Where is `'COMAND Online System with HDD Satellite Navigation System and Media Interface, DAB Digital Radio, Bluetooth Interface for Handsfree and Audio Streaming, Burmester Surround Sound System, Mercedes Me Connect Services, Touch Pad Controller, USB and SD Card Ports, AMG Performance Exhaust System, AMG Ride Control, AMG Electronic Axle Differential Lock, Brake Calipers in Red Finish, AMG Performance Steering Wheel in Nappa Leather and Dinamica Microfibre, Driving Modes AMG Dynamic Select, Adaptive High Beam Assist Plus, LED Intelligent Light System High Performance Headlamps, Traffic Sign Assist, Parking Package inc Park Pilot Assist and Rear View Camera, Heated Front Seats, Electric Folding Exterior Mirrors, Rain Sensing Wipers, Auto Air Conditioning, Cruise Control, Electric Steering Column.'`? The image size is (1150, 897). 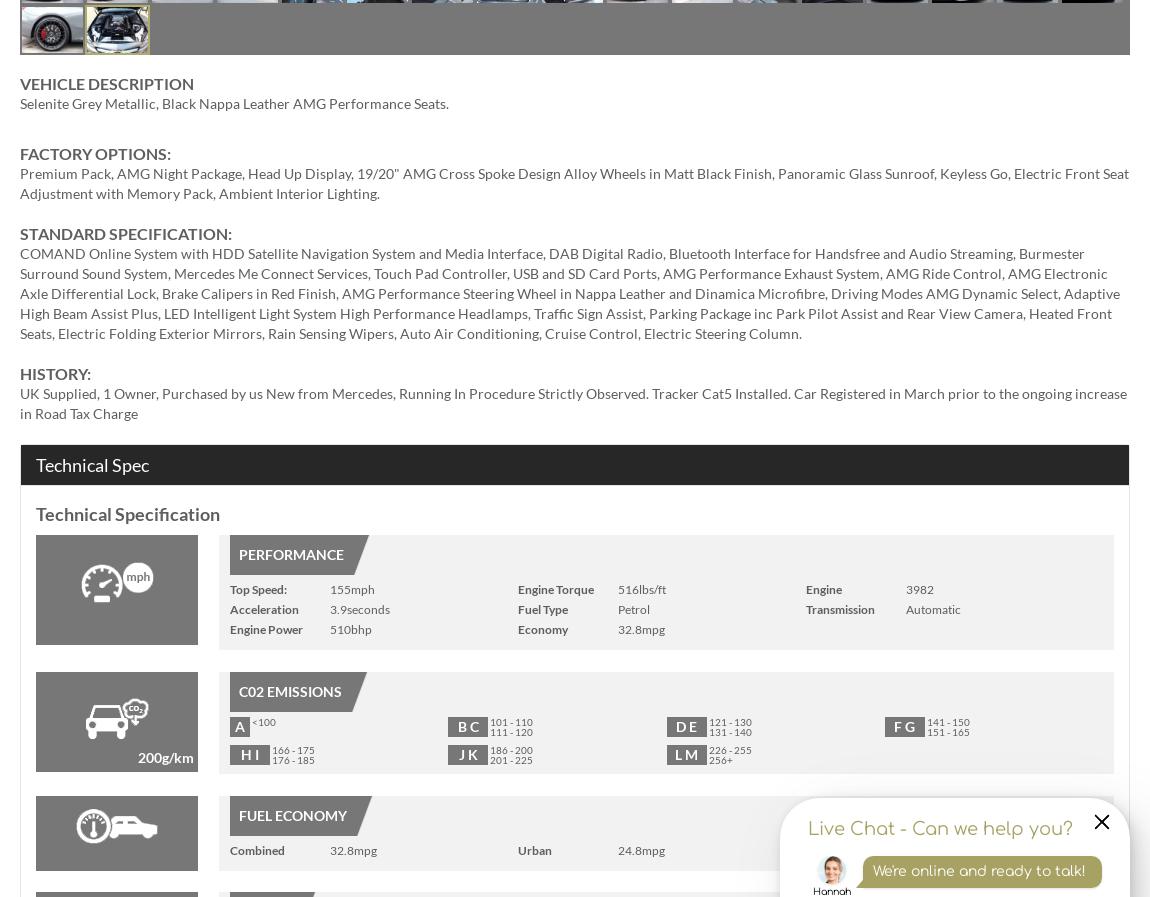 'COMAND Online System with HDD Satellite Navigation System and Media Interface, DAB Digital Radio, Bluetooth Interface for Handsfree and Audio Streaming, Burmester Surround Sound System, Mercedes Me Connect Services, Touch Pad Controller, USB and SD Card Ports, AMG Performance Exhaust System, AMG Ride Control, AMG Electronic Axle Differential Lock, Brake Calipers in Red Finish, AMG Performance Steering Wheel in Nappa Leather and Dinamica Microfibre, Driving Modes AMG Dynamic Select, Adaptive High Beam Assist Plus, LED Intelligent Light System High Performance Headlamps, Traffic Sign Assist, Parking Package inc Park Pilot Assist and Rear View Camera, Heated Front Seats, Electric Folding Exterior Mirrors, Rain Sensing Wipers, Auto Air Conditioning, Cruise Control, Electric Steering Column.' is located at coordinates (570, 292).